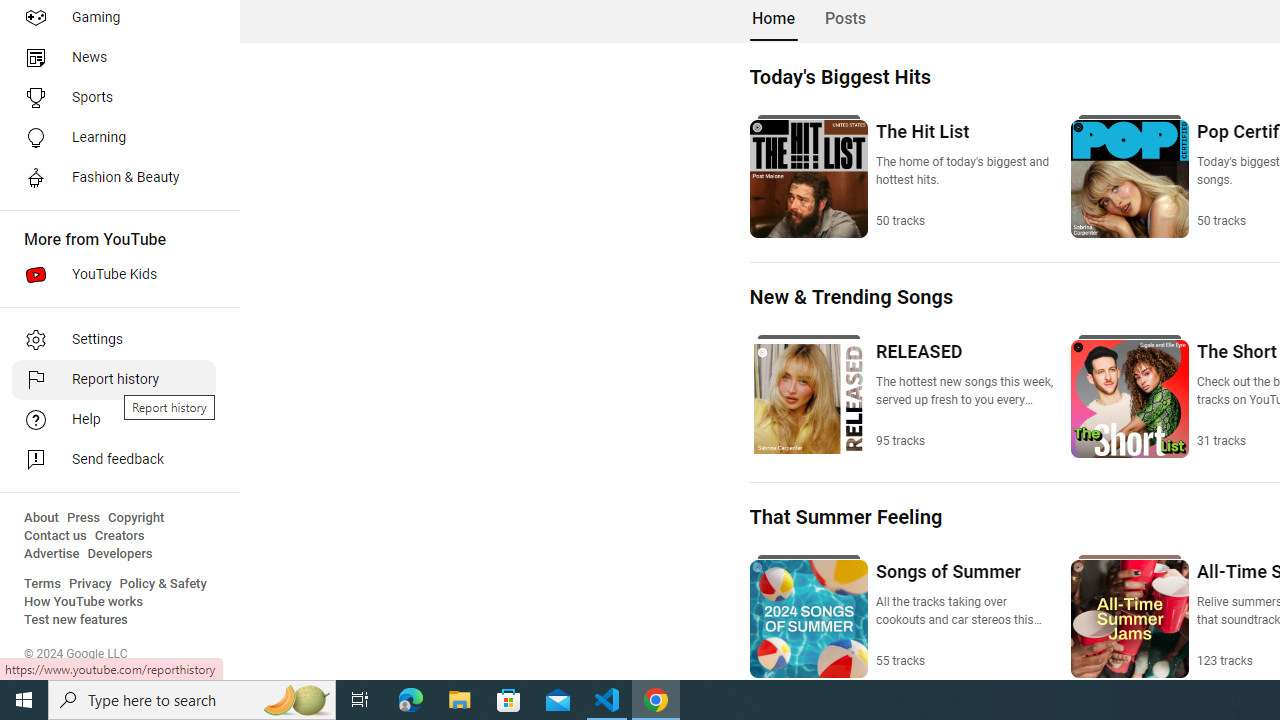 The image size is (1280, 720). Describe the element at coordinates (112, 97) in the screenshot. I see `'Sports'` at that location.